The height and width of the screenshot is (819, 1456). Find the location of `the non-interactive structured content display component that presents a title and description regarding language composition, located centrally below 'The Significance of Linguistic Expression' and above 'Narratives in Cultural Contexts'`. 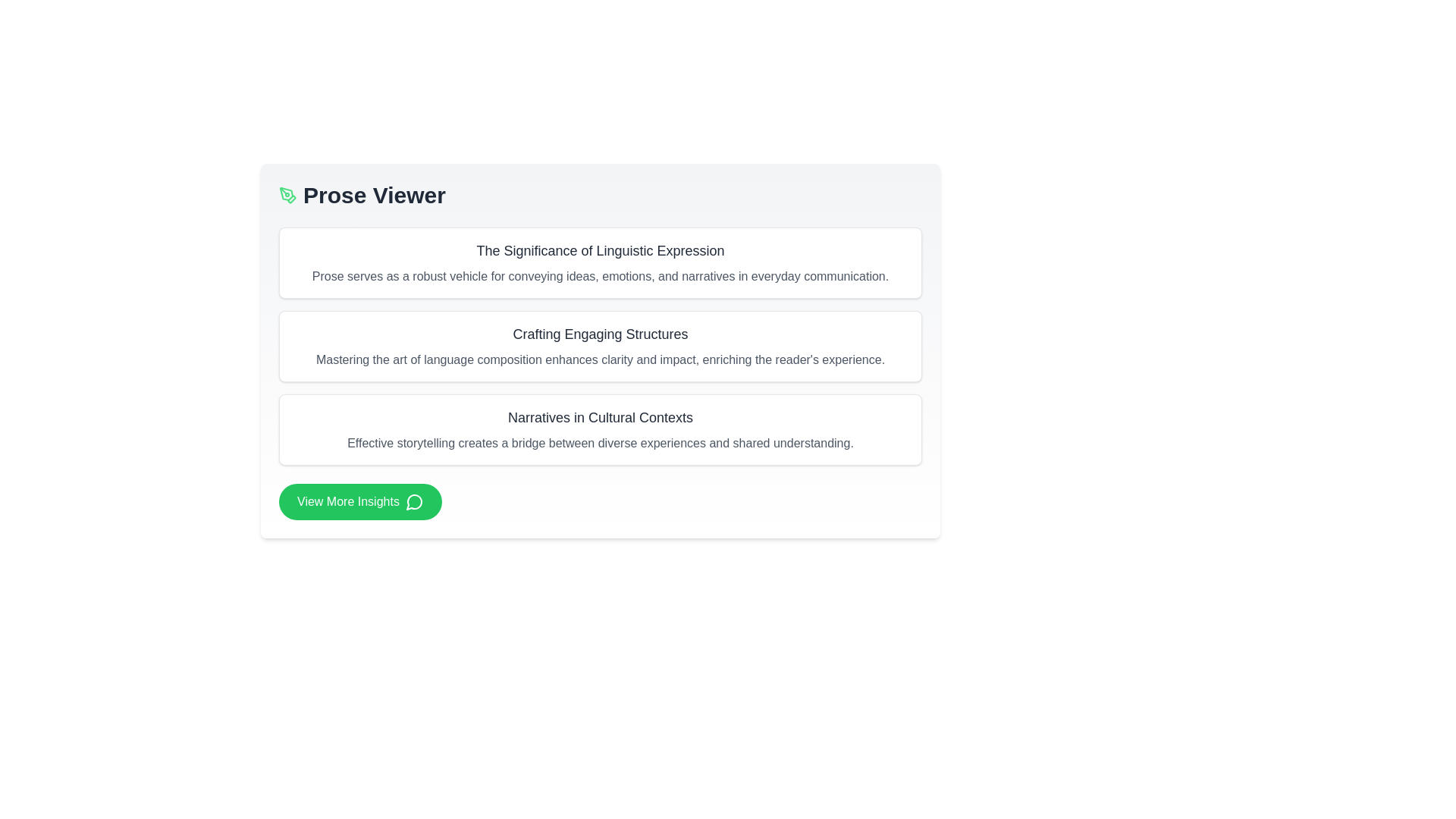

the non-interactive structured content display component that presents a title and description regarding language composition, located centrally below 'The Significance of Linguistic Expression' and above 'Narratives in Cultural Contexts' is located at coordinates (600, 346).